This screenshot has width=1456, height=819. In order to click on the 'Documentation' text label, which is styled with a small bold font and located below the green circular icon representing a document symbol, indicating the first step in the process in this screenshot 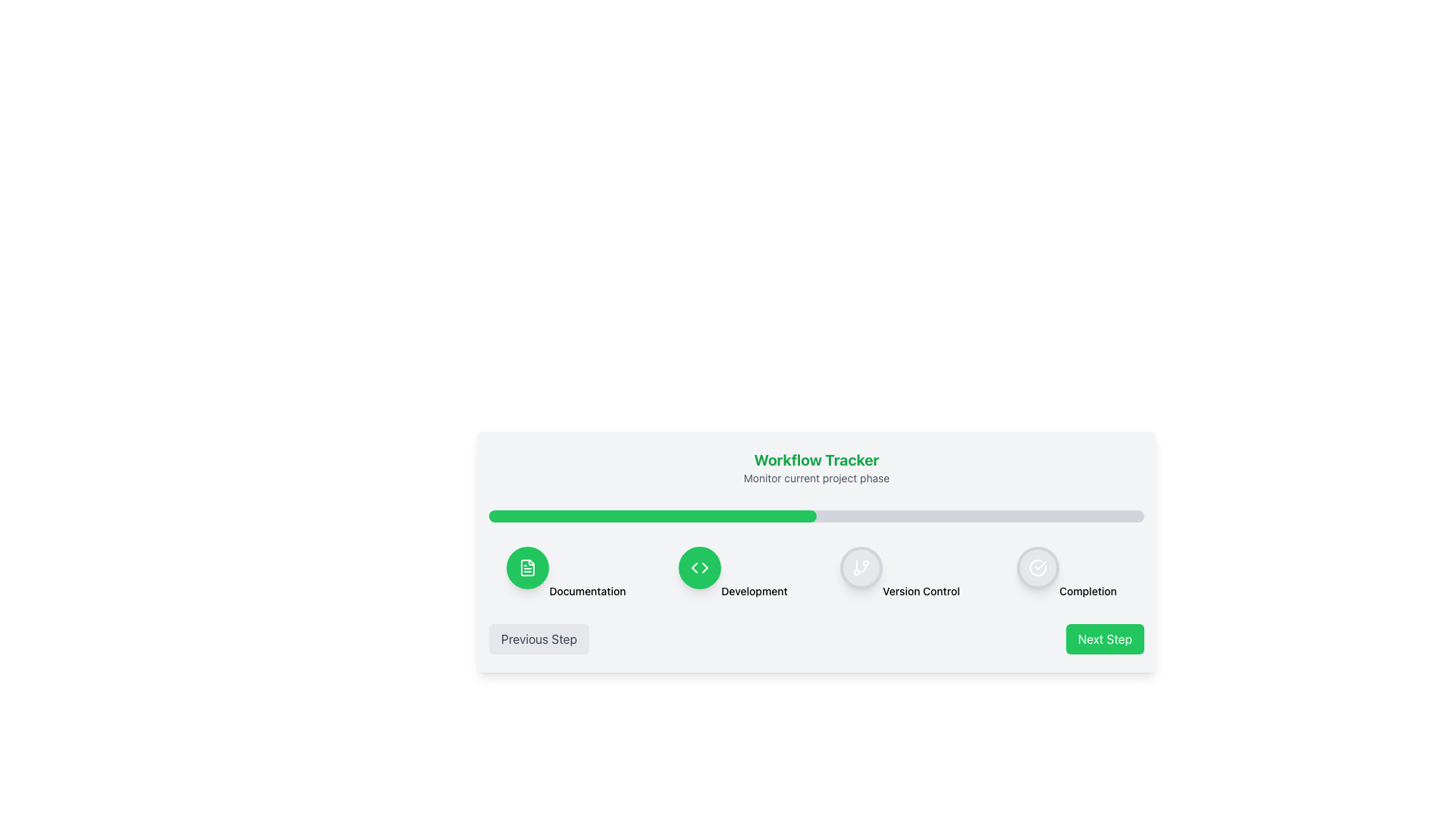, I will do `click(586, 590)`.